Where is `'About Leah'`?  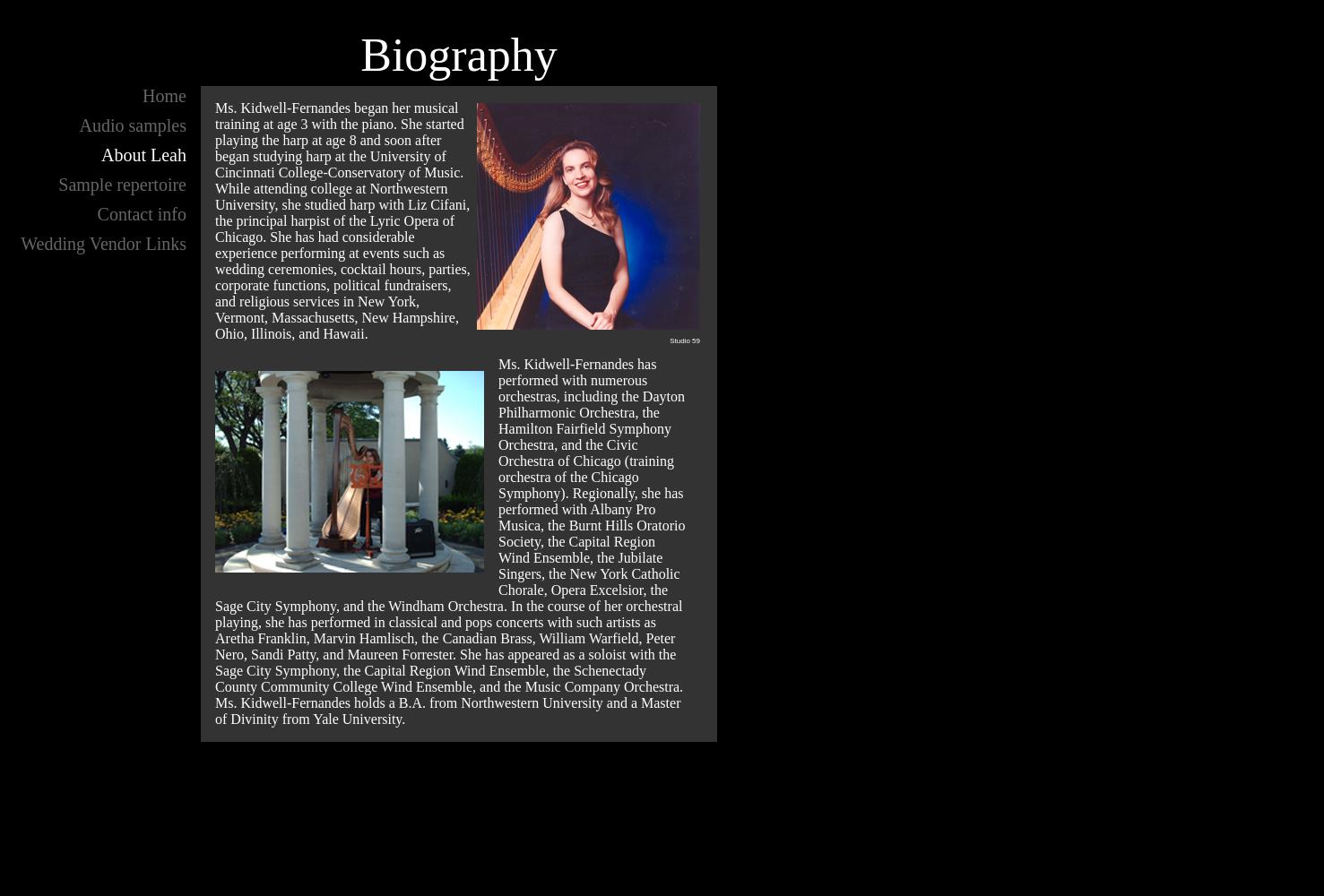
'About Leah' is located at coordinates (143, 155).